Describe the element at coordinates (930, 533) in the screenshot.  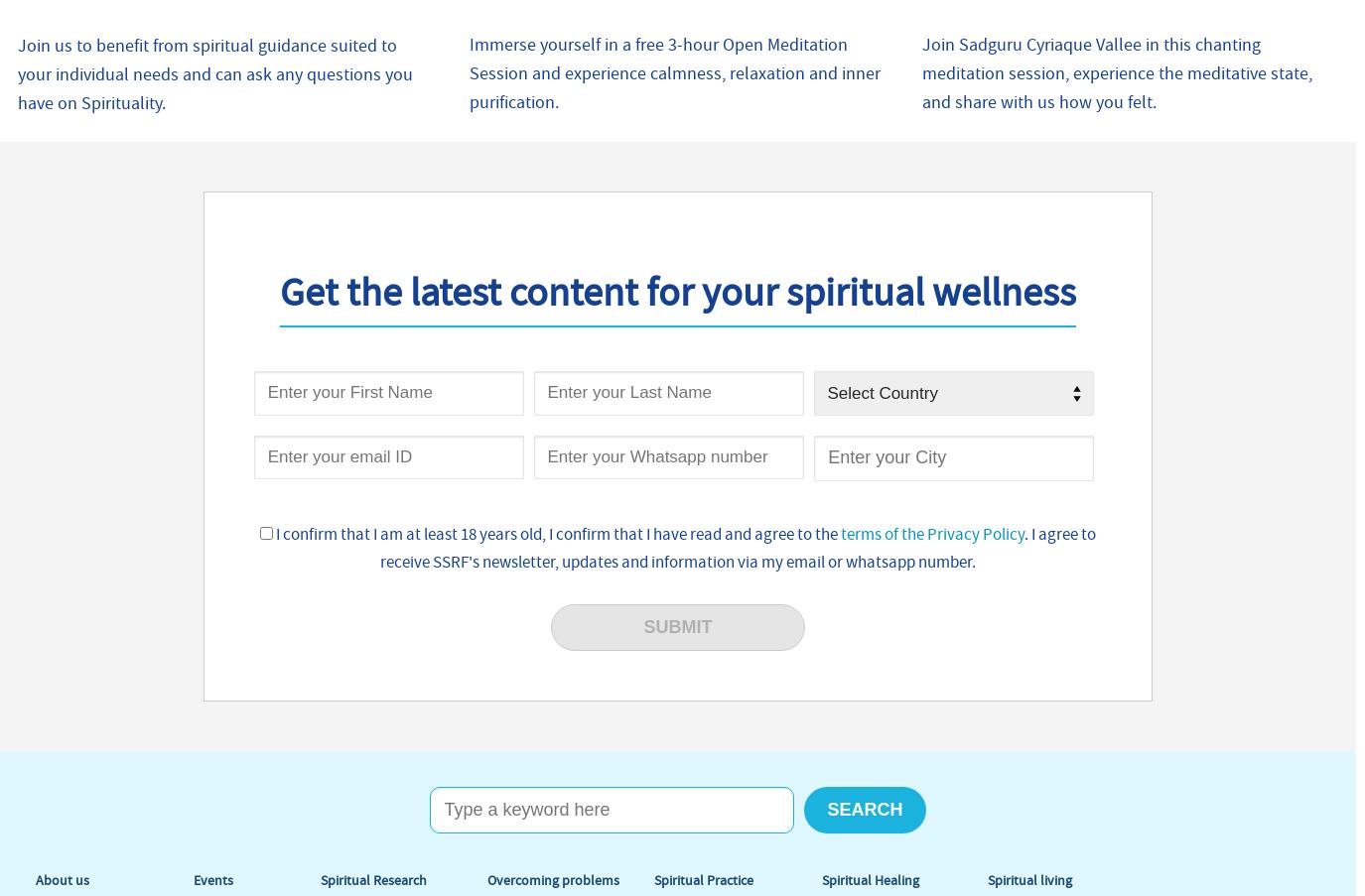
I see `'terms of the Privacy Policy'` at that location.